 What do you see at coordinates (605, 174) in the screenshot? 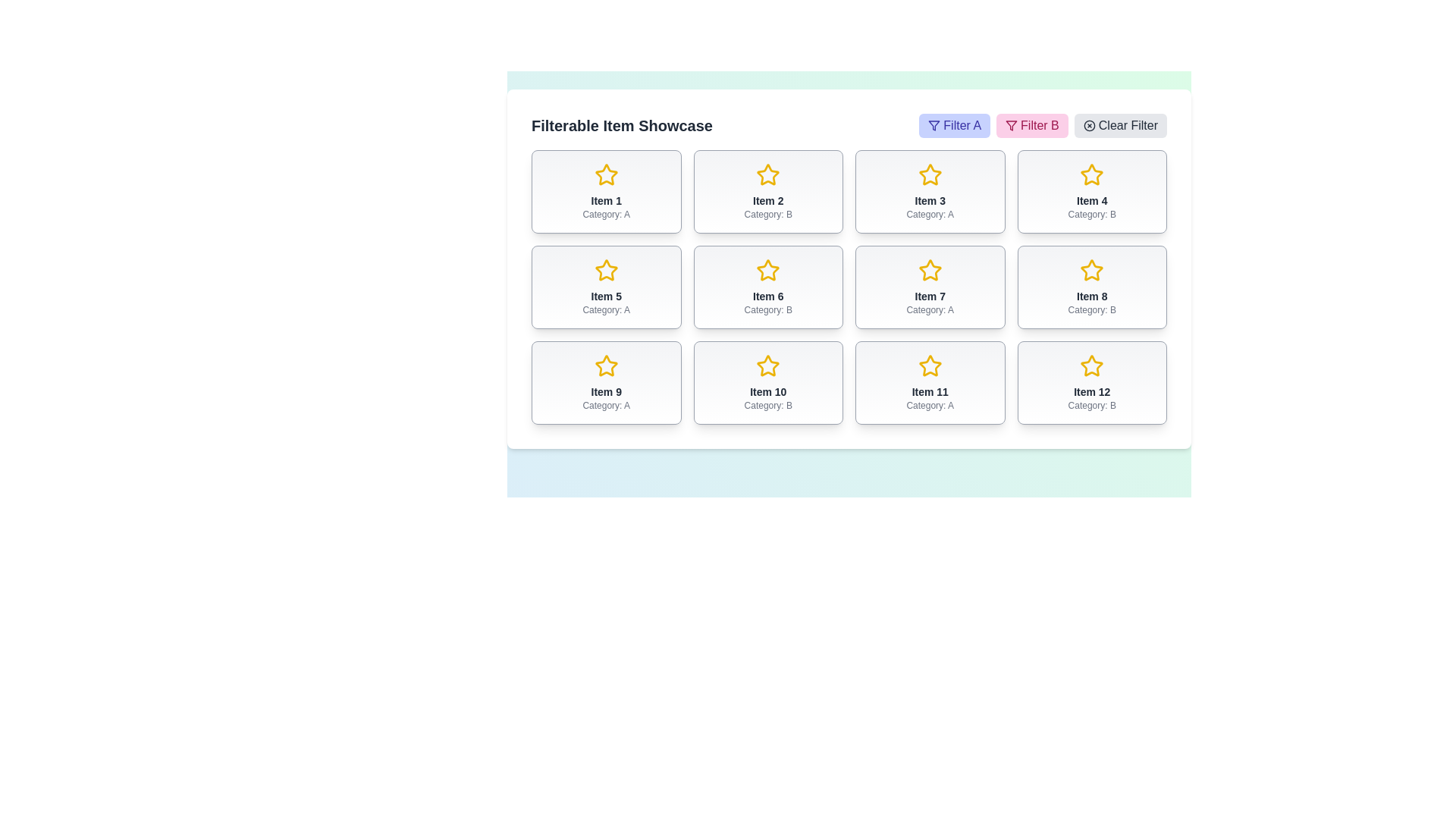
I see `the star-shaped icon in the first row and first column of the 3x4 grid layout, which is part of the card labeled 'Item 1' in the 'Filterable Item Showcase' section` at bounding box center [605, 174].